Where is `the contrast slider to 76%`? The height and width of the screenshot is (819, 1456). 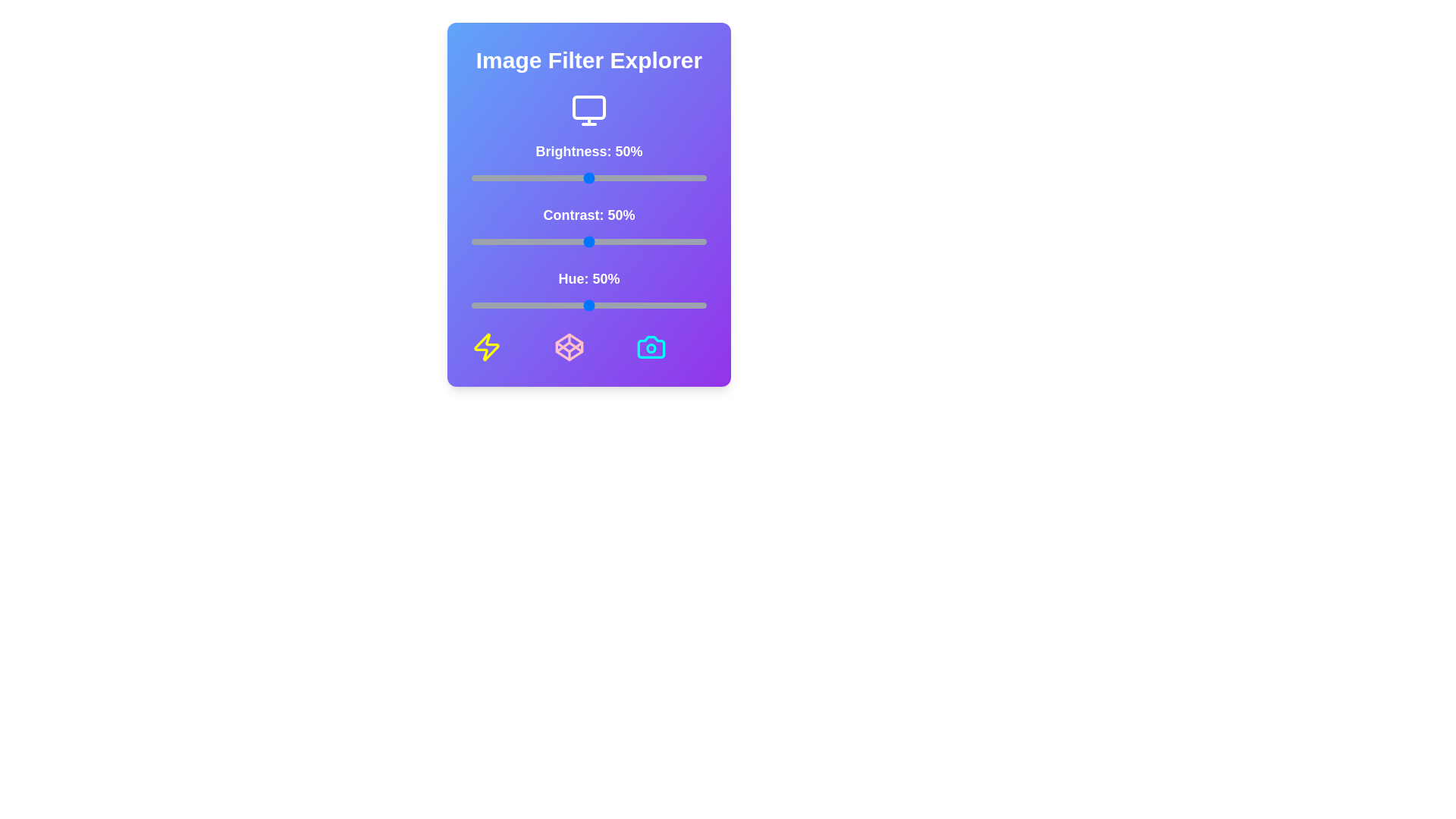
the contrast slider to 76% is located at coordinates (650, 241).